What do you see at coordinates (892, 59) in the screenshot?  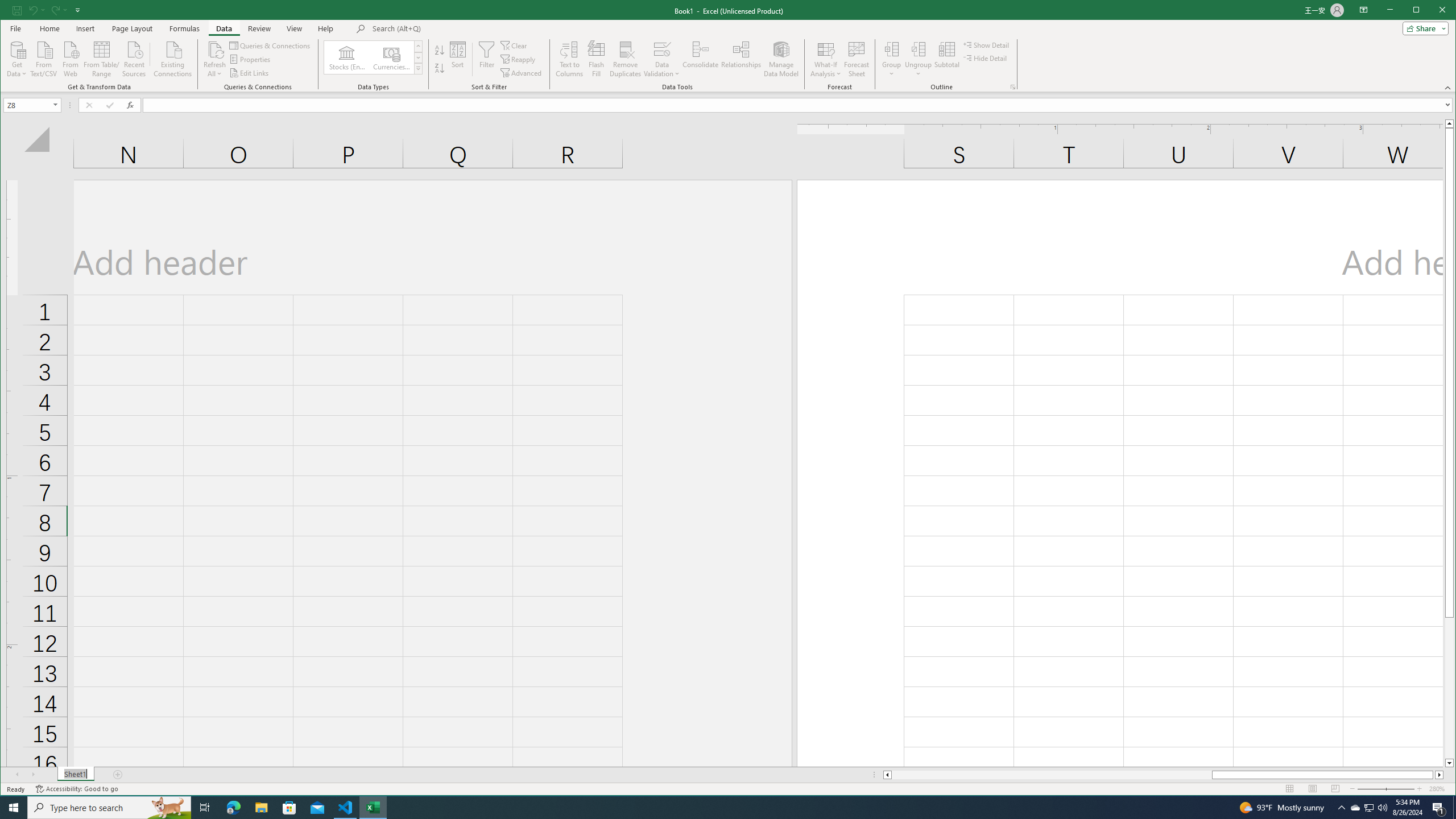 I see `'Group...'` at bounding box center [892, 59].